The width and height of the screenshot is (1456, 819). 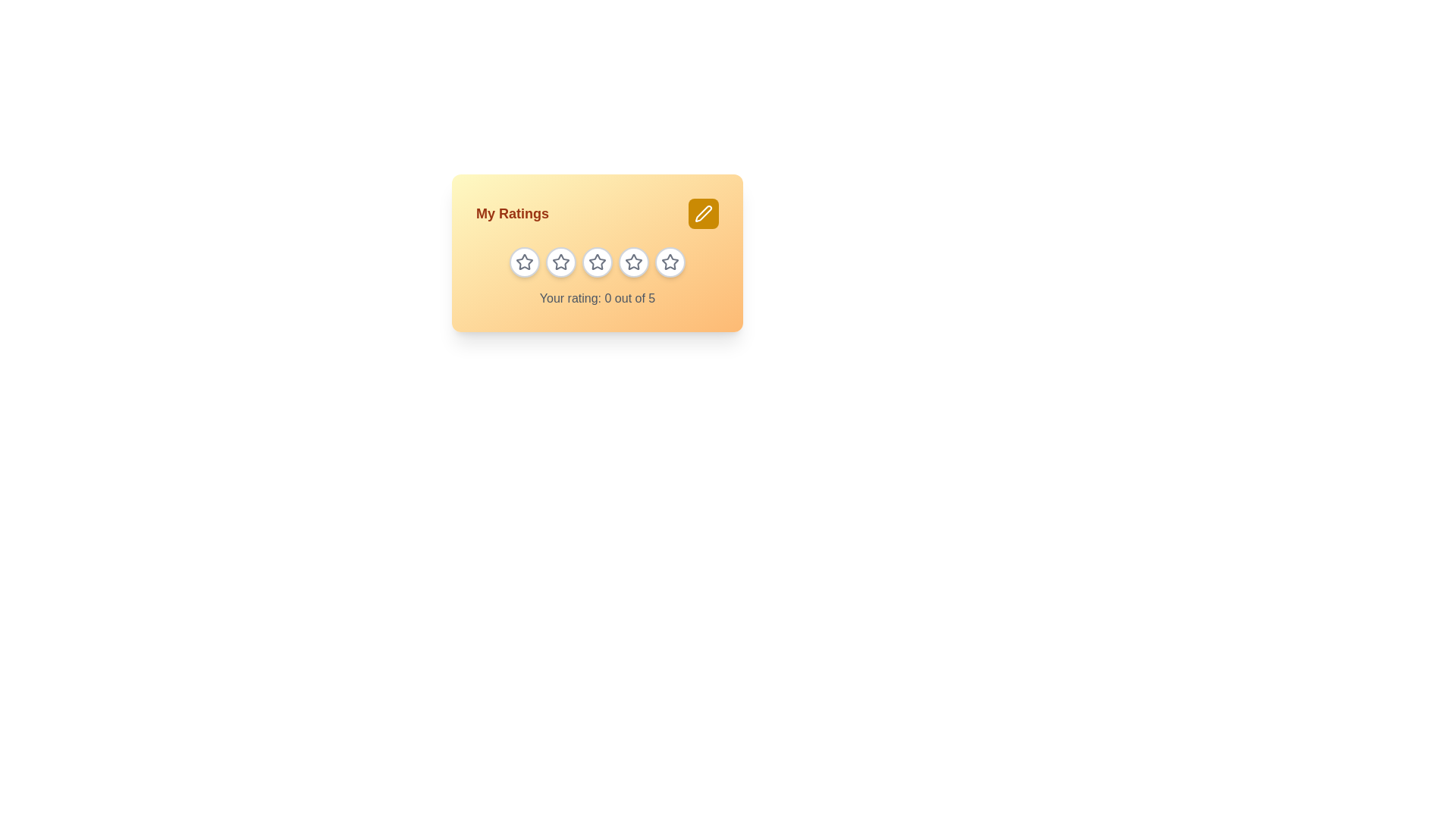 What do you see at coordinates (669, 262) in the screenshot?
I see `the fifth circular button with a white background and outlined star icon` at bounding box center [669, 262].